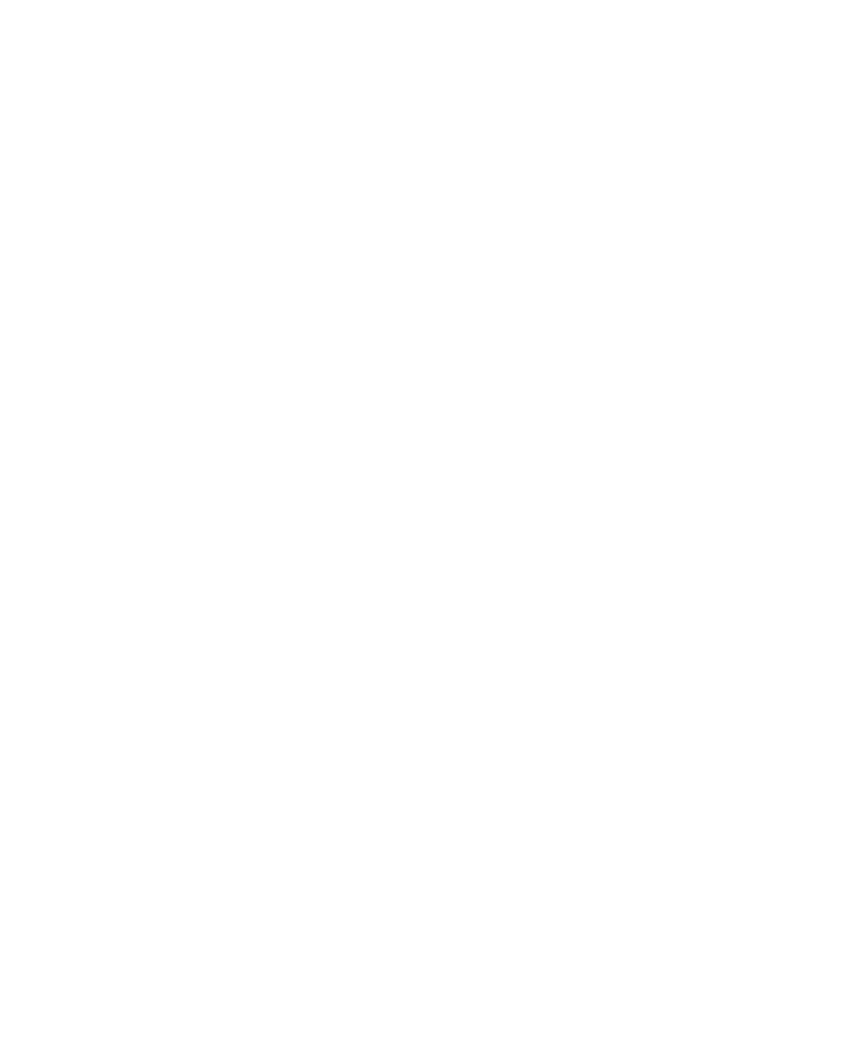 Image resolution: width=850 pixels, height=1039 pixels. I want to click on '(63)', so click(196, 553).